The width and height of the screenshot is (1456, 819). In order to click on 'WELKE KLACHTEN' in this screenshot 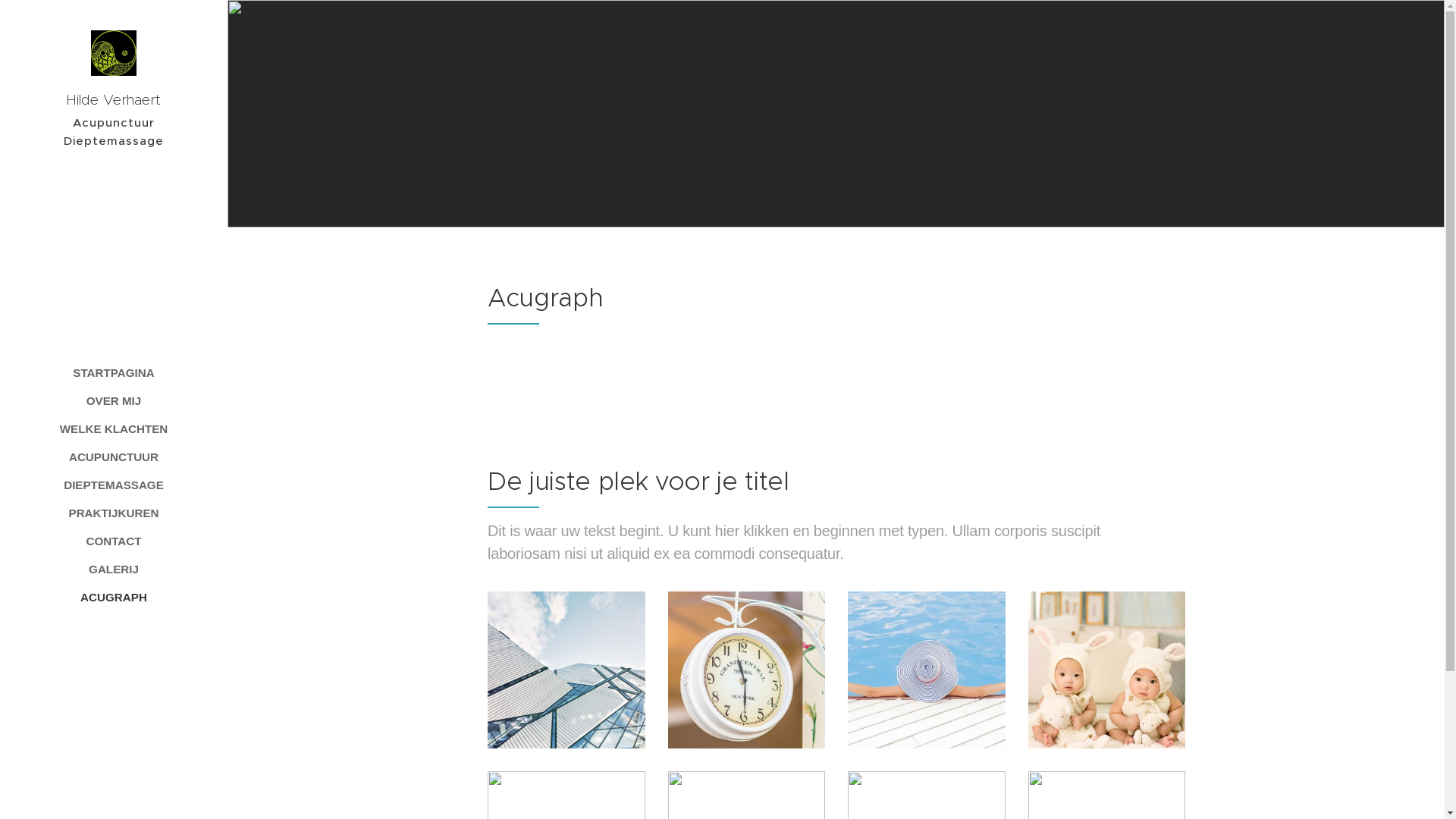, I will do `click(112, 428)`.